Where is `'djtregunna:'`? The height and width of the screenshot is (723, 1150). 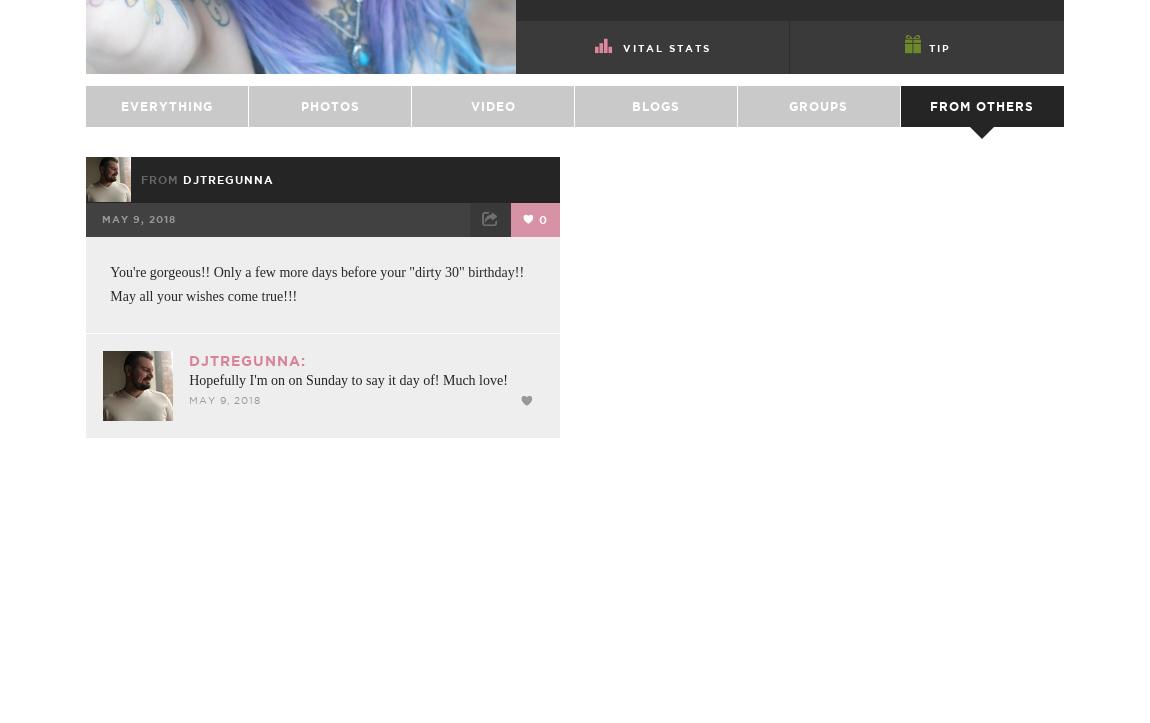 'djtregunna:' is located at coordinates (246, 409).